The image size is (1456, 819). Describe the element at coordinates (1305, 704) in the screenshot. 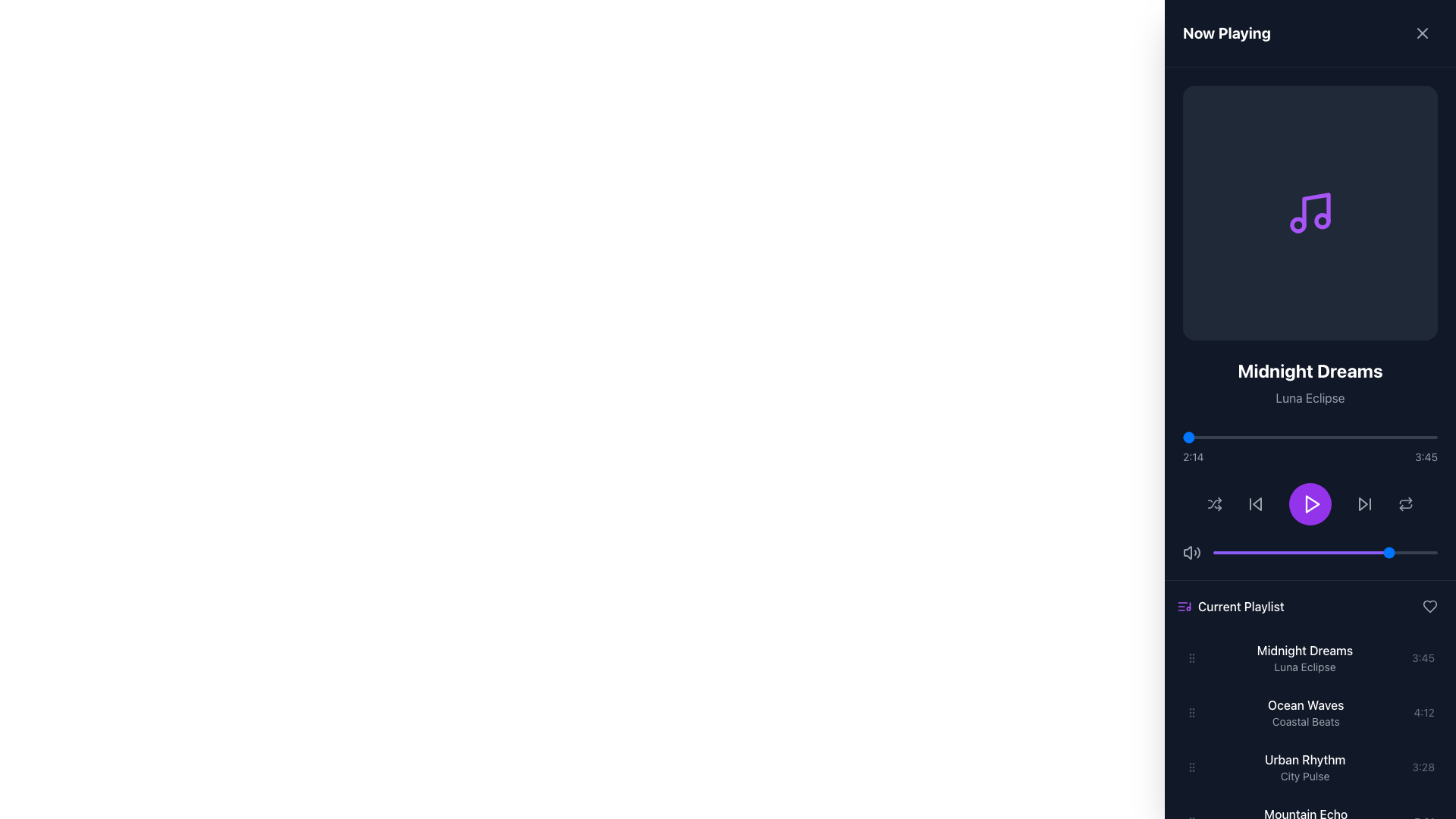

I see `the text label displaying 'Ocean Waves', which is styled with white text on a dark background in the 'Current Playlist' section` at that location.